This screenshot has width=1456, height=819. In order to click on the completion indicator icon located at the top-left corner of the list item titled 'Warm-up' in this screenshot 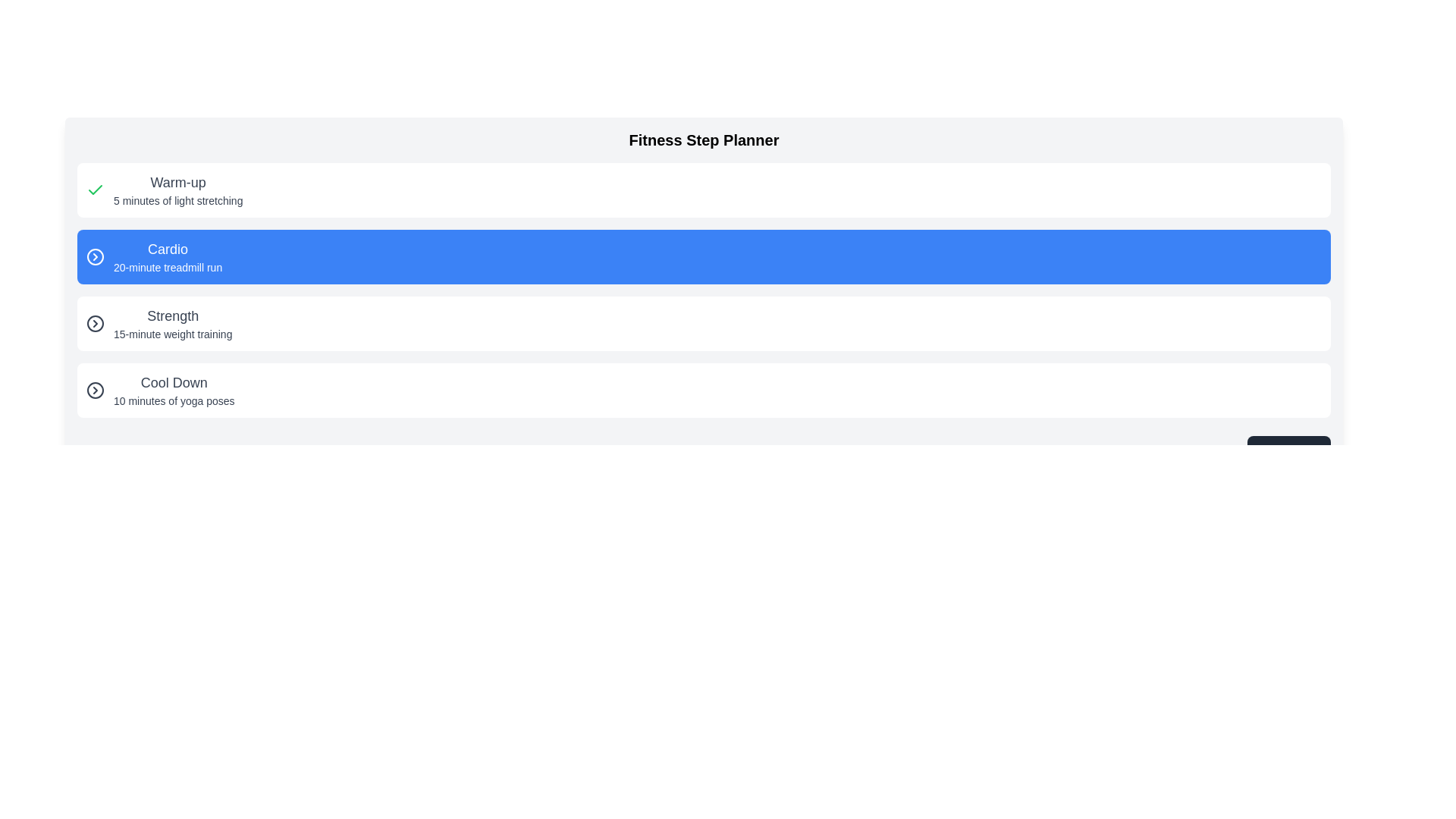, I will do `click(94, 189)`.